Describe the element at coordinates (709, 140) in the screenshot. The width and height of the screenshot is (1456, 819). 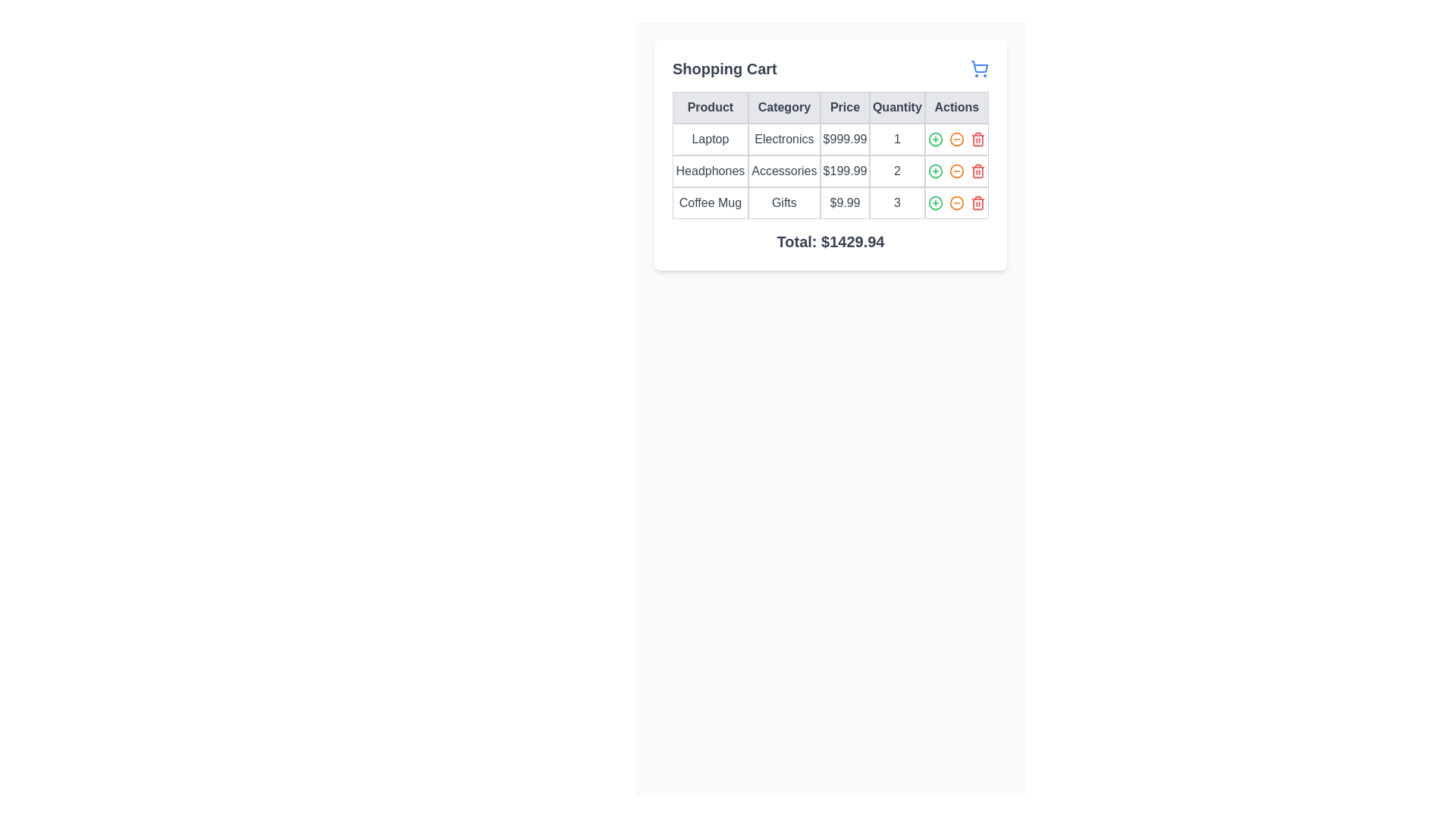
I see `the 'Laptop' text label in the shopping cart, which identifies the product in the first row and first column under the 'Product' header` at that location.